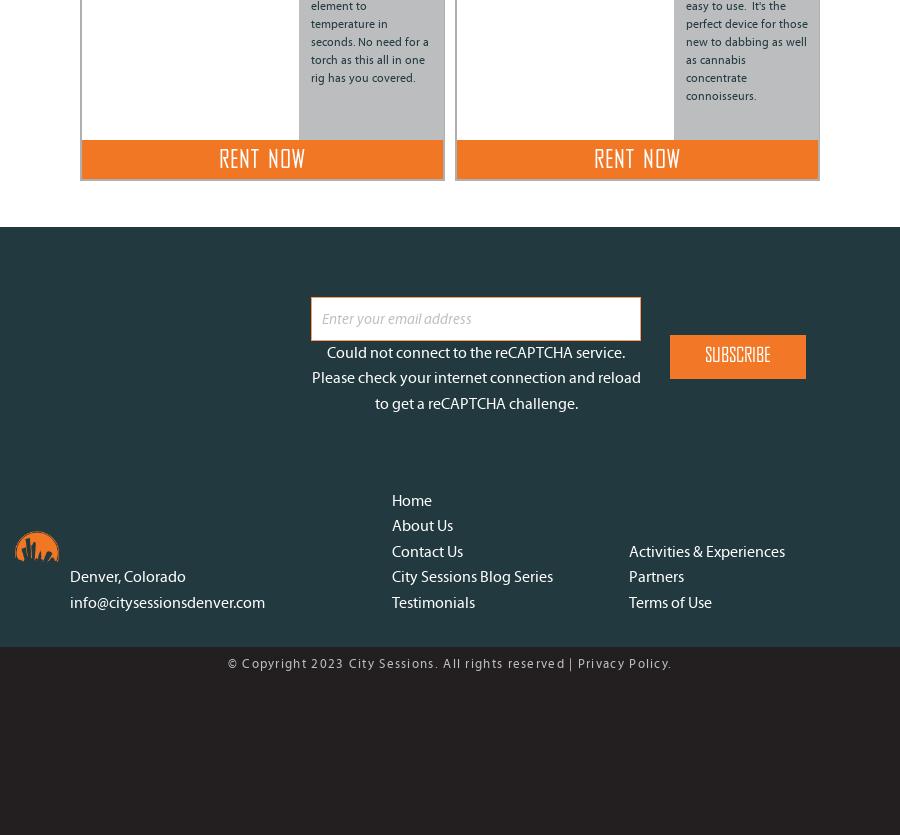 This screenshot has height=835, width=900. What do you see at coordinates (392, 601) in the screenshot?
I see `'Testimonials'` at bounding box center [392, 601].